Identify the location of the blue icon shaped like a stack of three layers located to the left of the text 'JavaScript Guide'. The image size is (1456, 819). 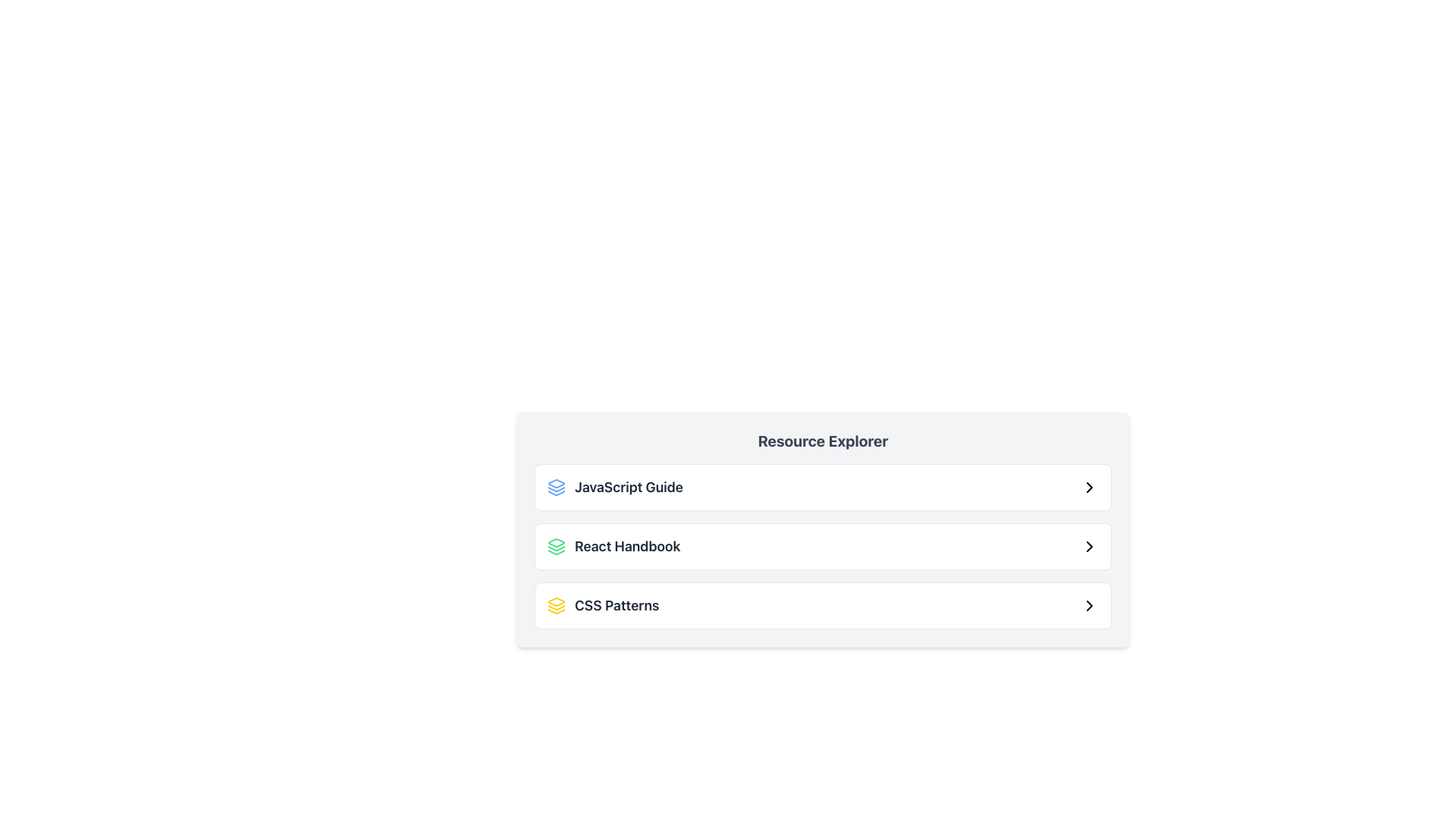
(556, 488).